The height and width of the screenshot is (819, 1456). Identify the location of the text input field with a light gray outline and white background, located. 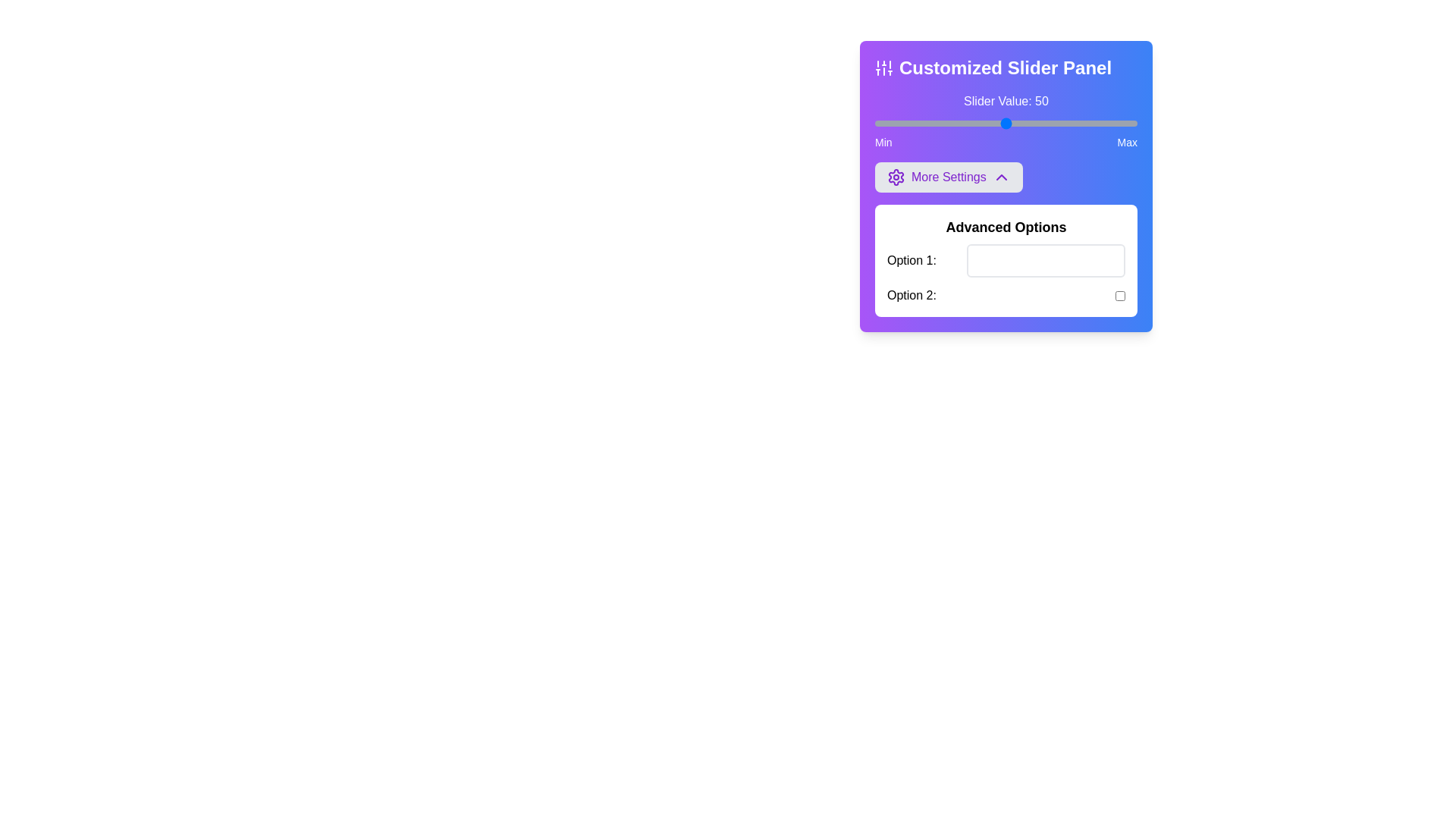
(1045, 259).